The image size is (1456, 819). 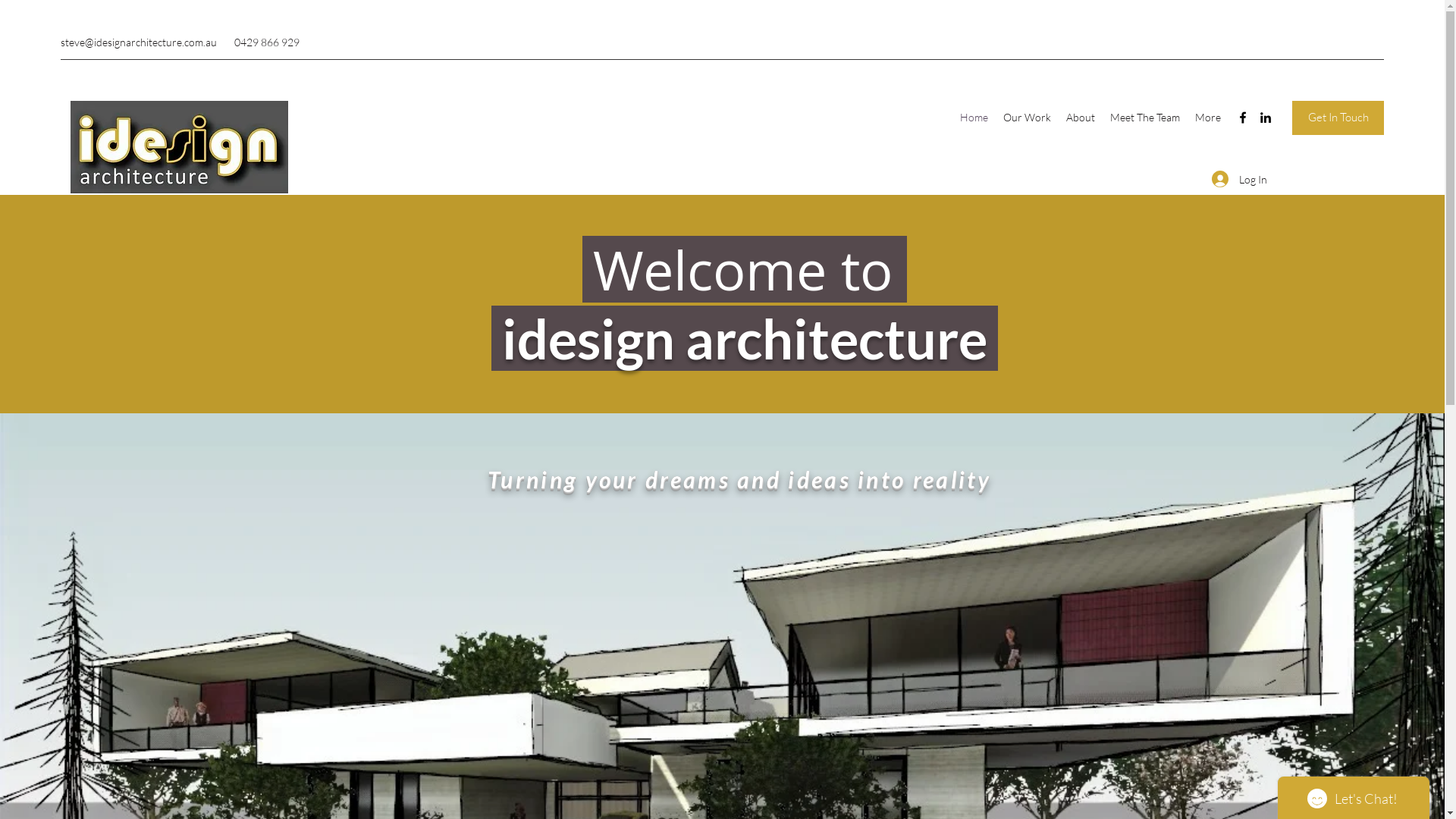 I want to click on 'About', so click(x=1058, y=116).